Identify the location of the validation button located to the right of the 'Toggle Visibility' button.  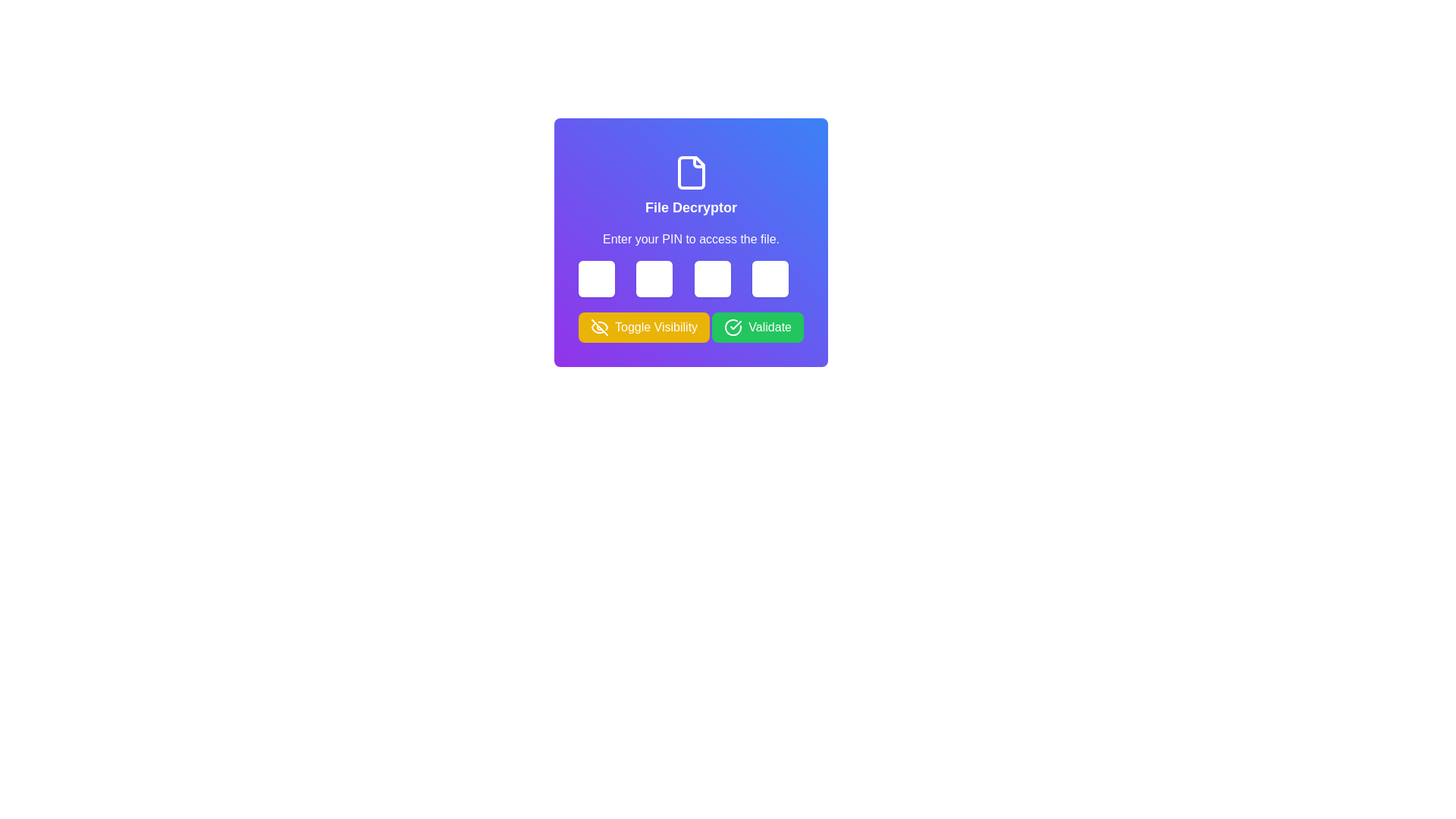
(758, 327).